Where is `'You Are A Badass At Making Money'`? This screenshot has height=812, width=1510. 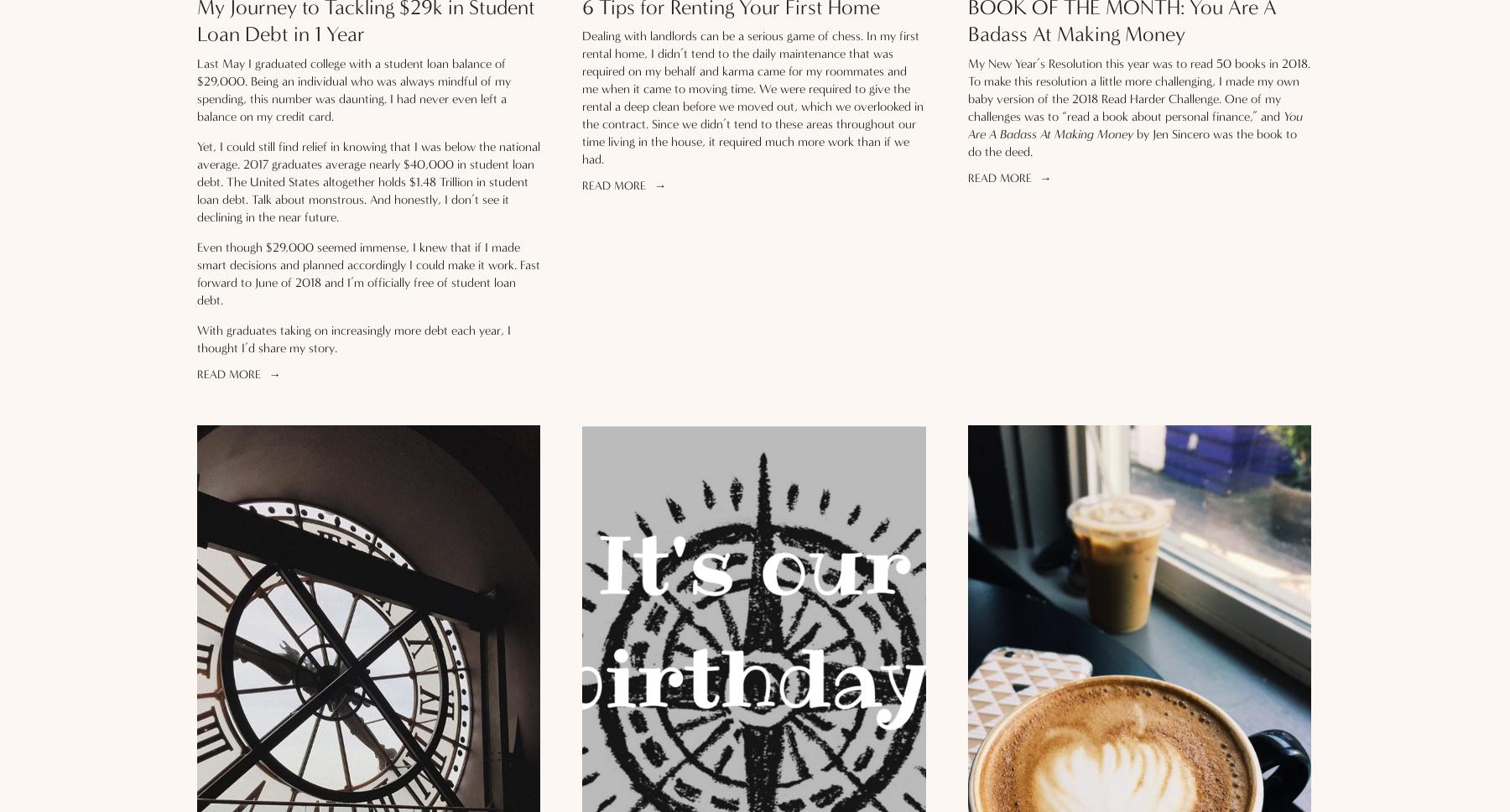 'You Are A Badass At Making Money' is located at coordinates (1133, 123).